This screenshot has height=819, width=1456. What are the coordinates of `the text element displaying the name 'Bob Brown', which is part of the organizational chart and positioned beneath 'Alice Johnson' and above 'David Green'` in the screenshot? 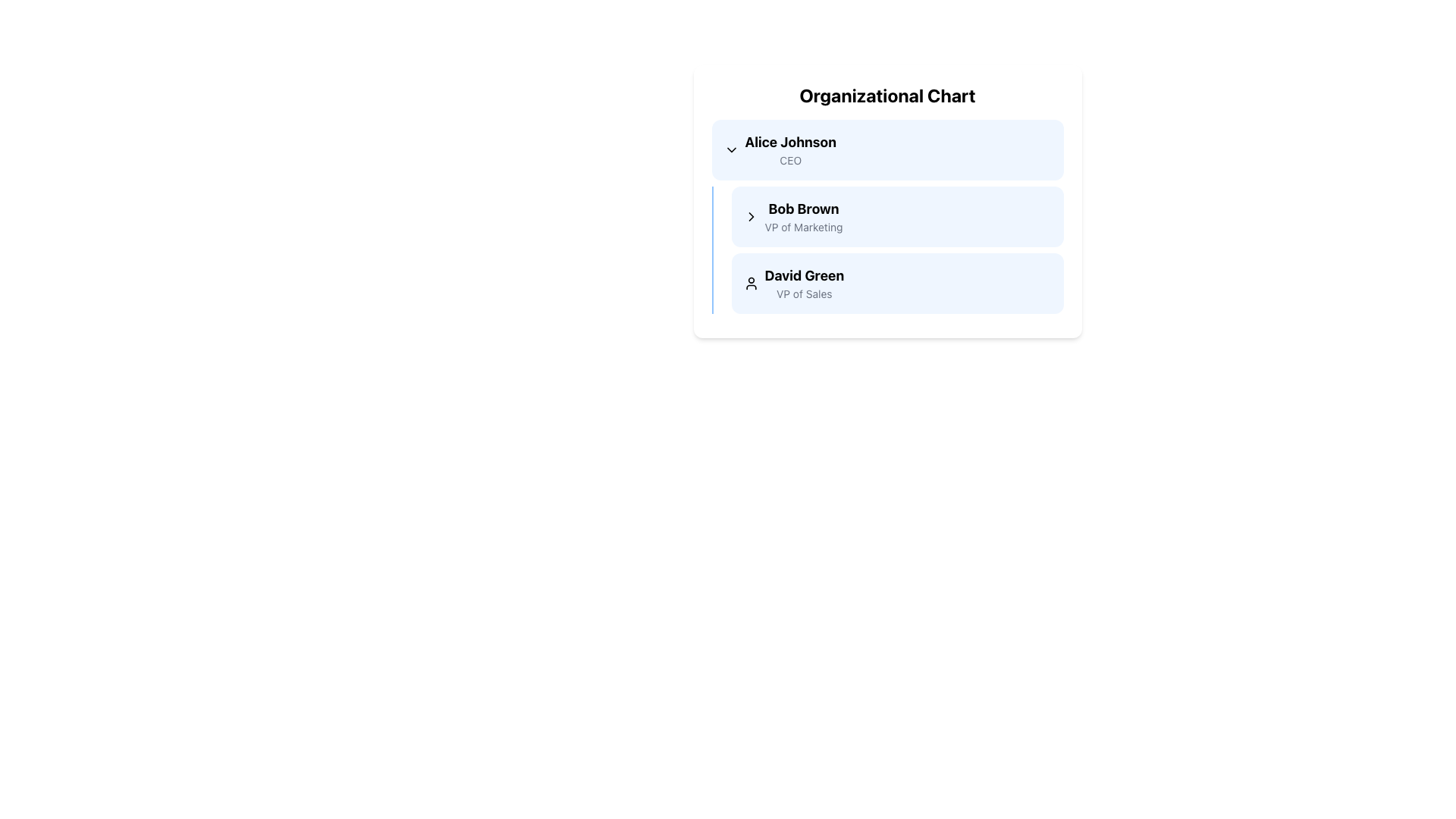 It's located at (803, 209).